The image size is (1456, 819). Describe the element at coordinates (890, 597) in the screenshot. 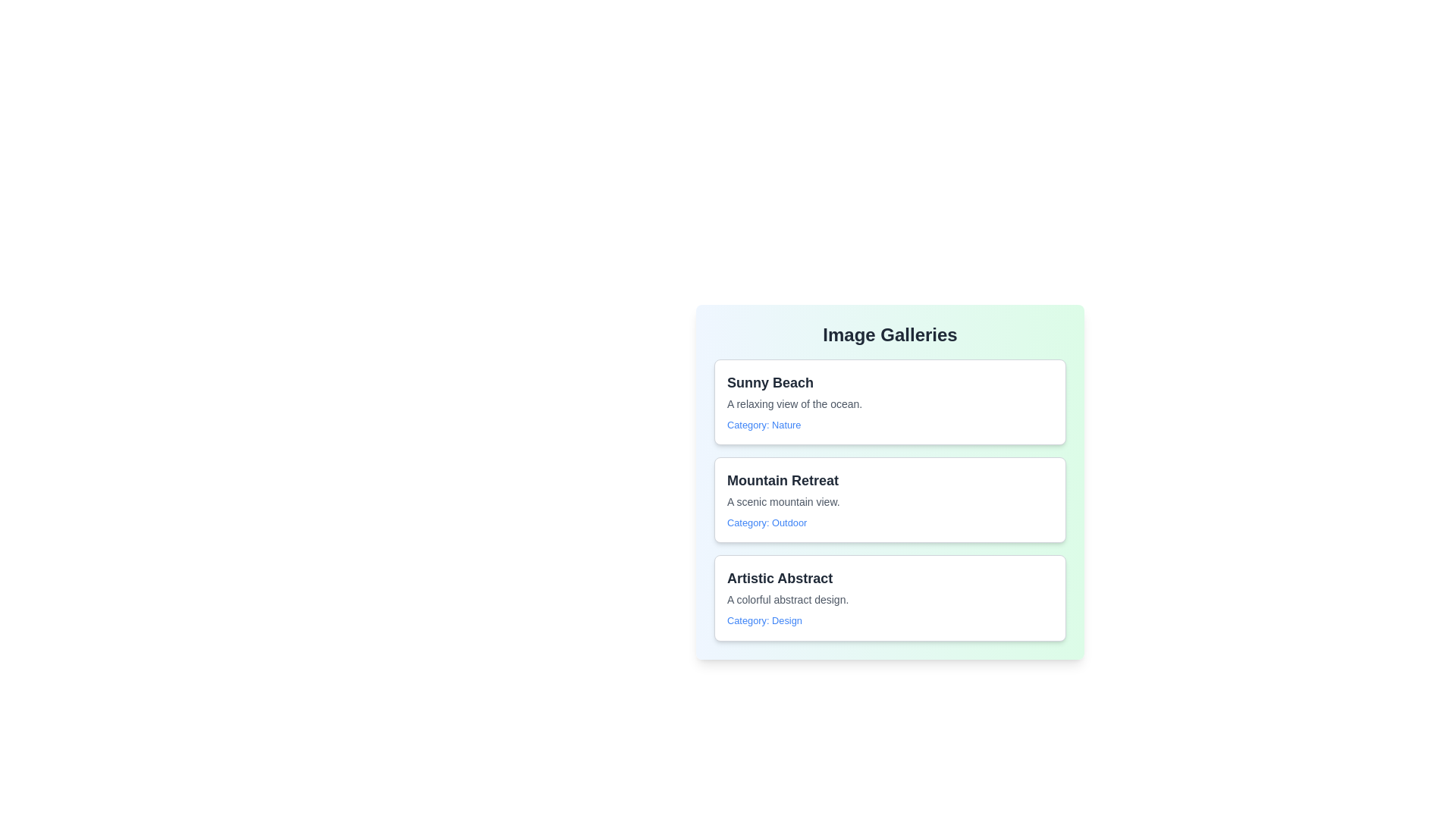

I see `the gallery item Artistic Abstract from the list` at that location.